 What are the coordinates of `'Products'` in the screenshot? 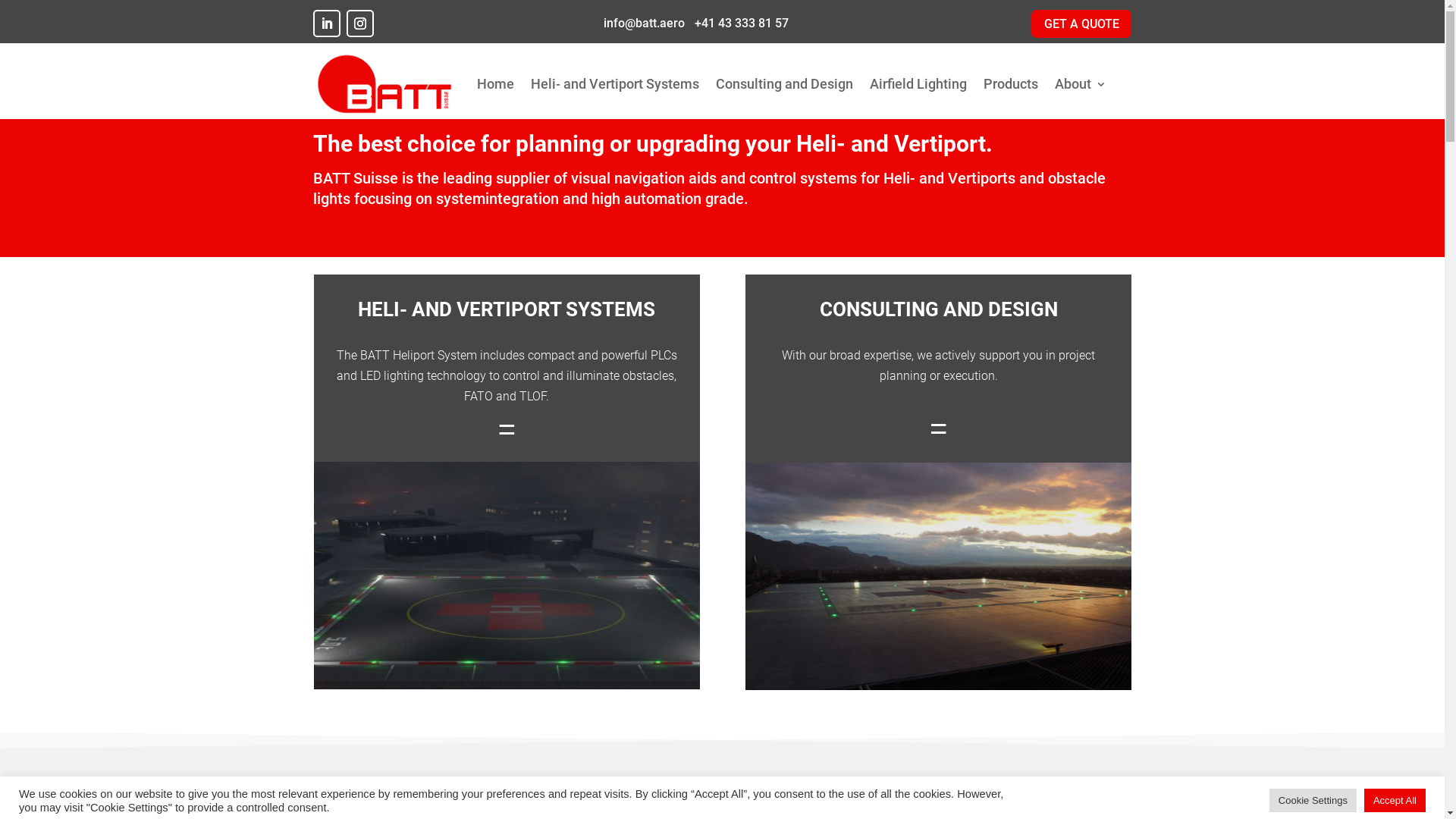 It's located at (1010, 84).